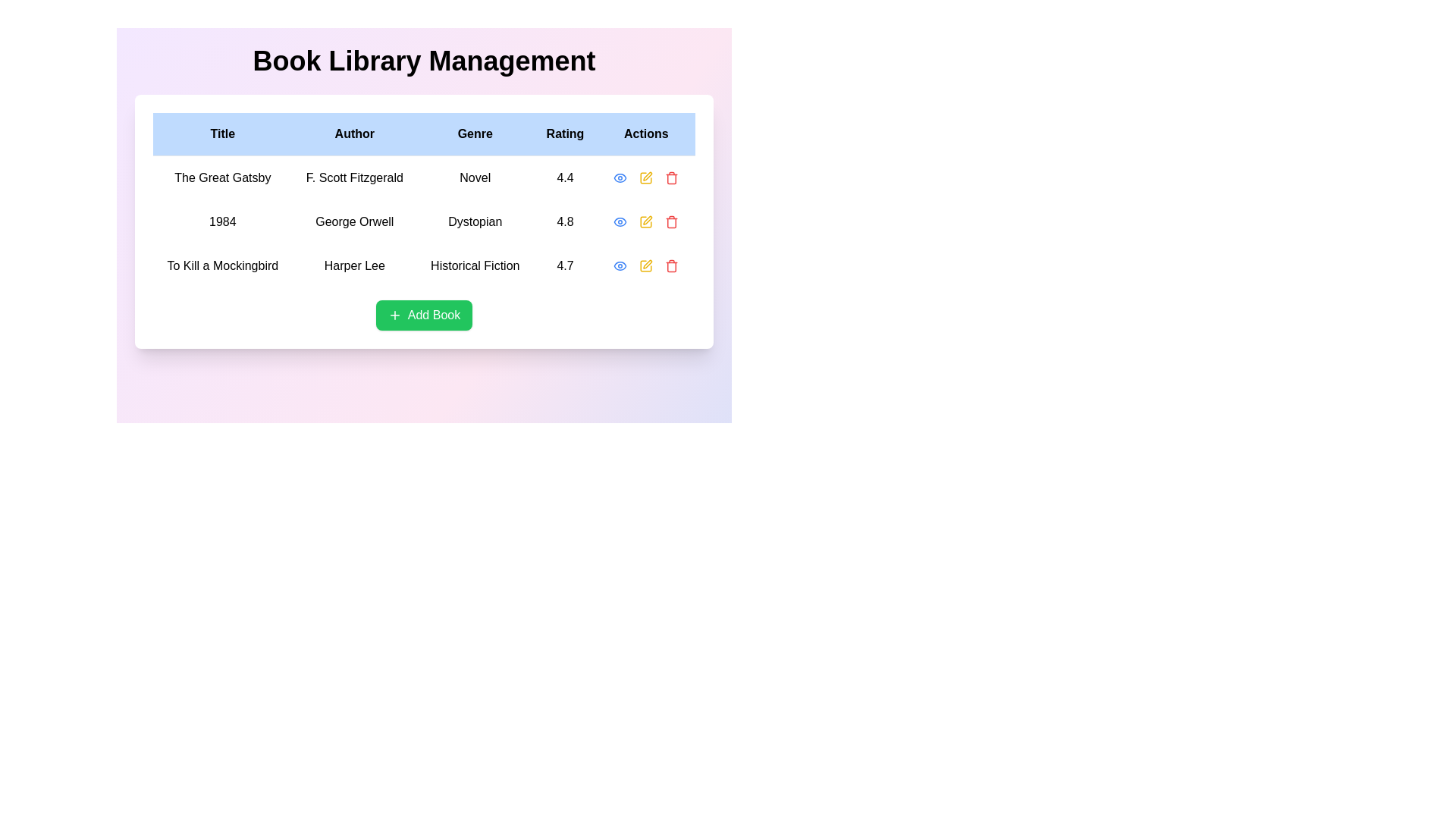 The height and width of the screenshot is (819, 1456). I want to click on the edit icon button located in the 'Actions' column of the last row in the table to initiate an editing action, so click(646, 265).